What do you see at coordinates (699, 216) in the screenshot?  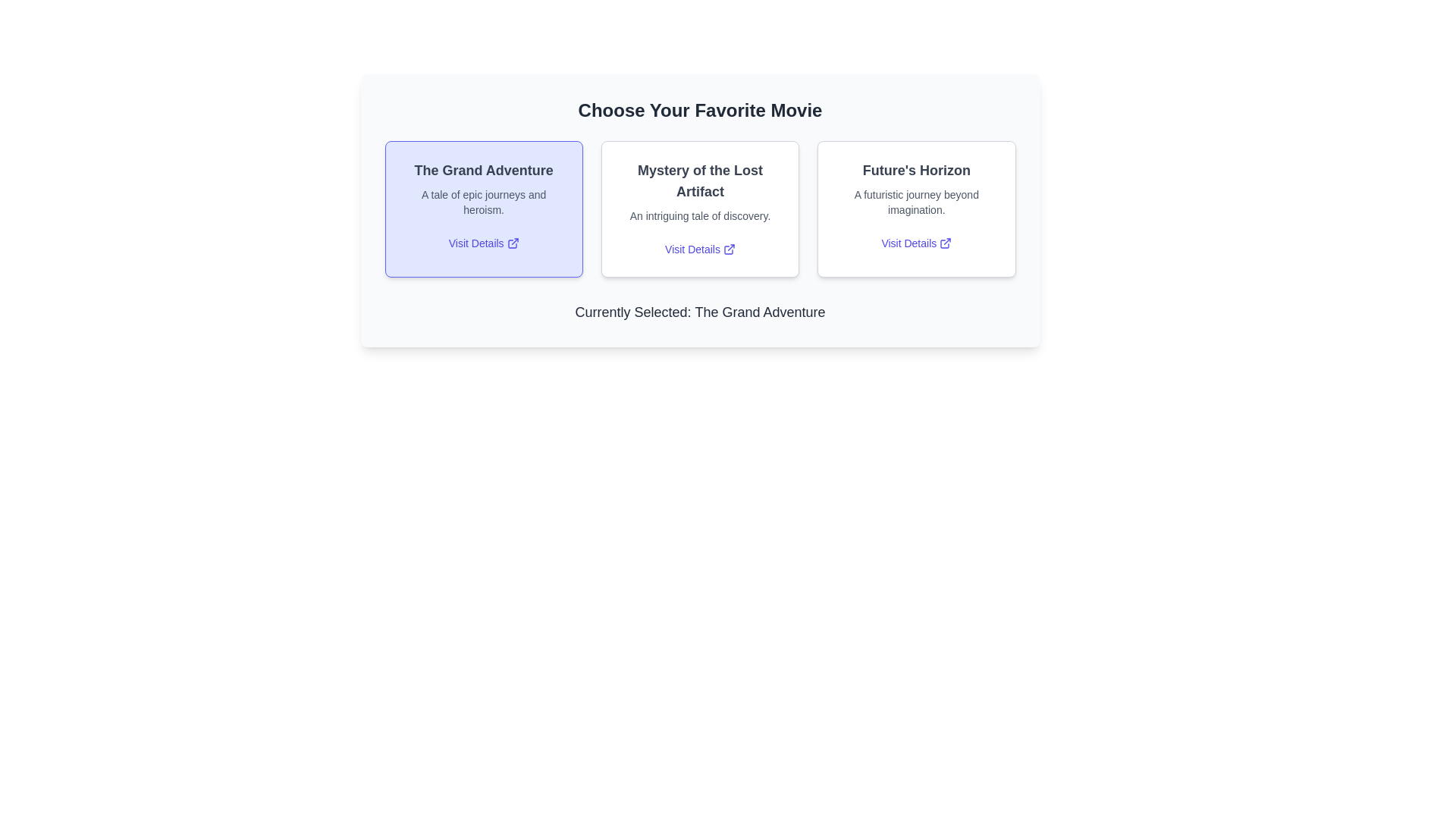 I see `the text component displaying 'An intriguing tale of discovery.' which is styled with a smaller font size` at bounding box center [699, 216].